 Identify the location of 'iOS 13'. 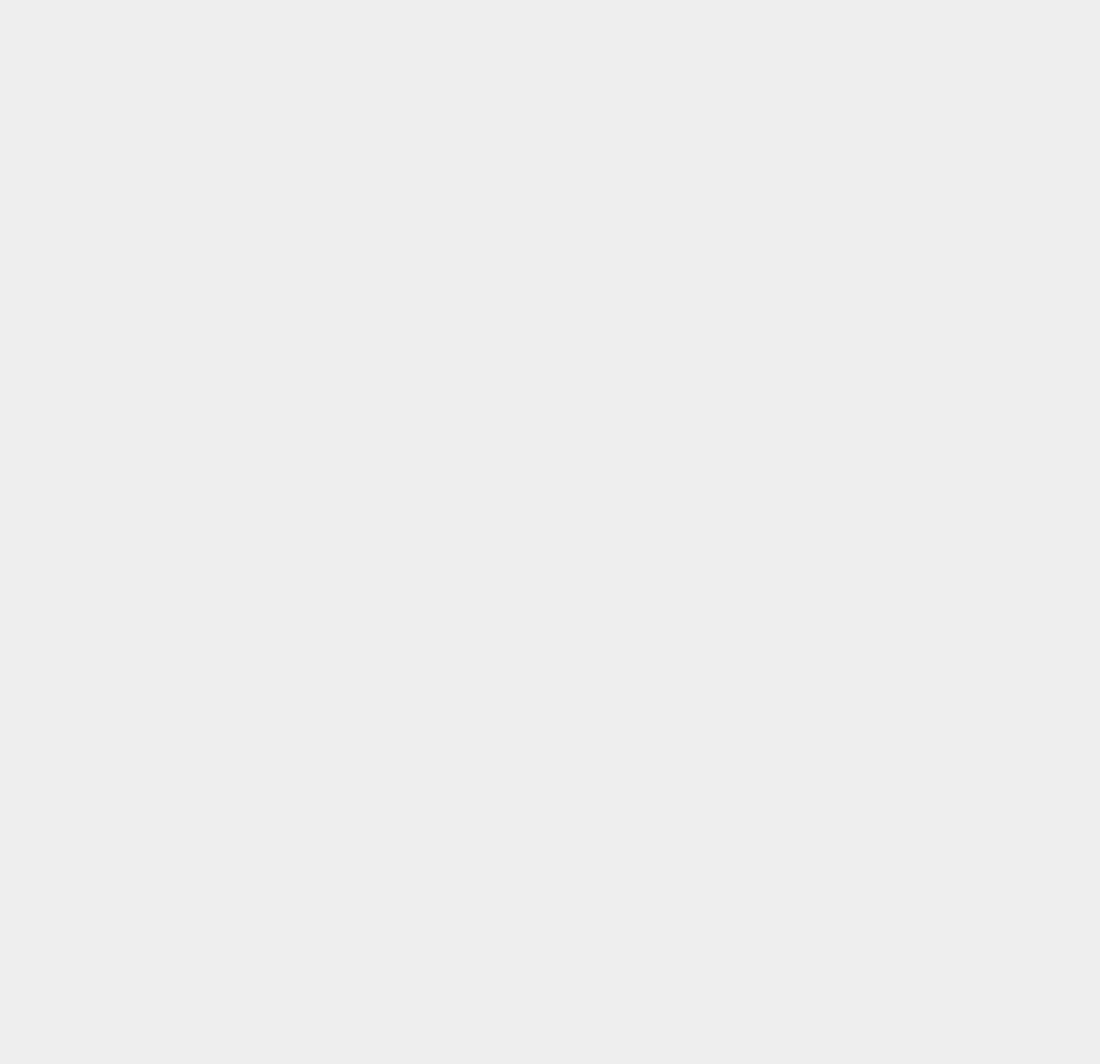
(798, 188).